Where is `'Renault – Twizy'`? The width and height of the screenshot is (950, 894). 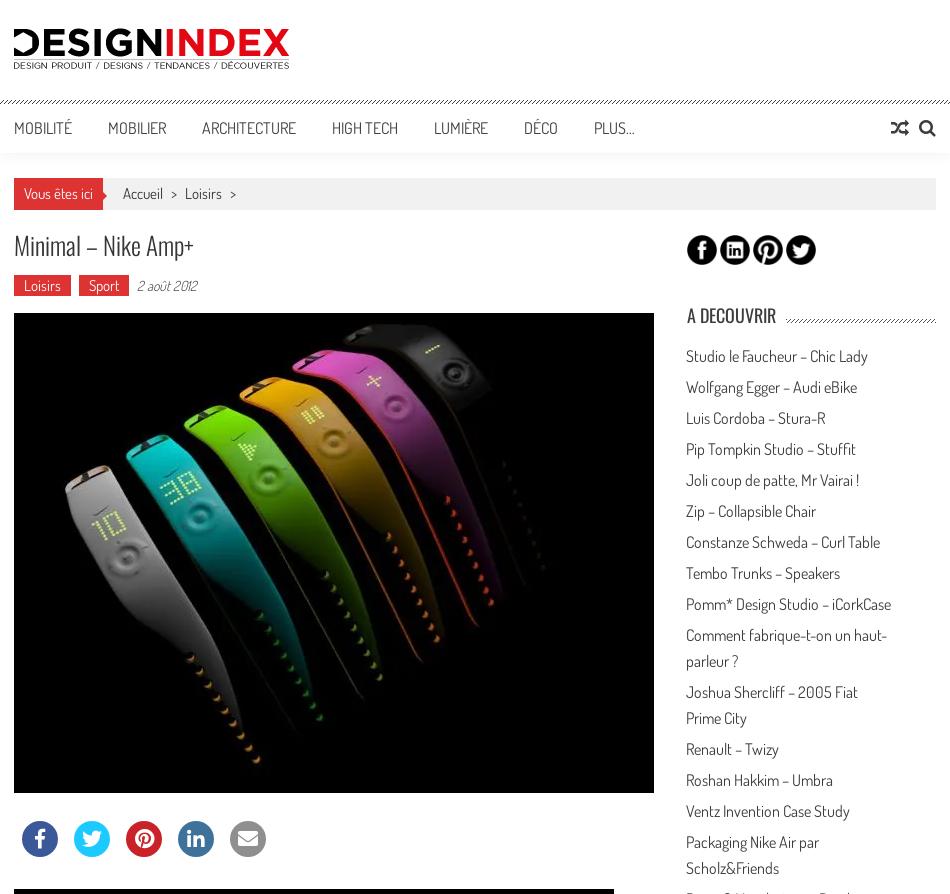 'Renault – Twizy' is located at coordinates (730, 747).